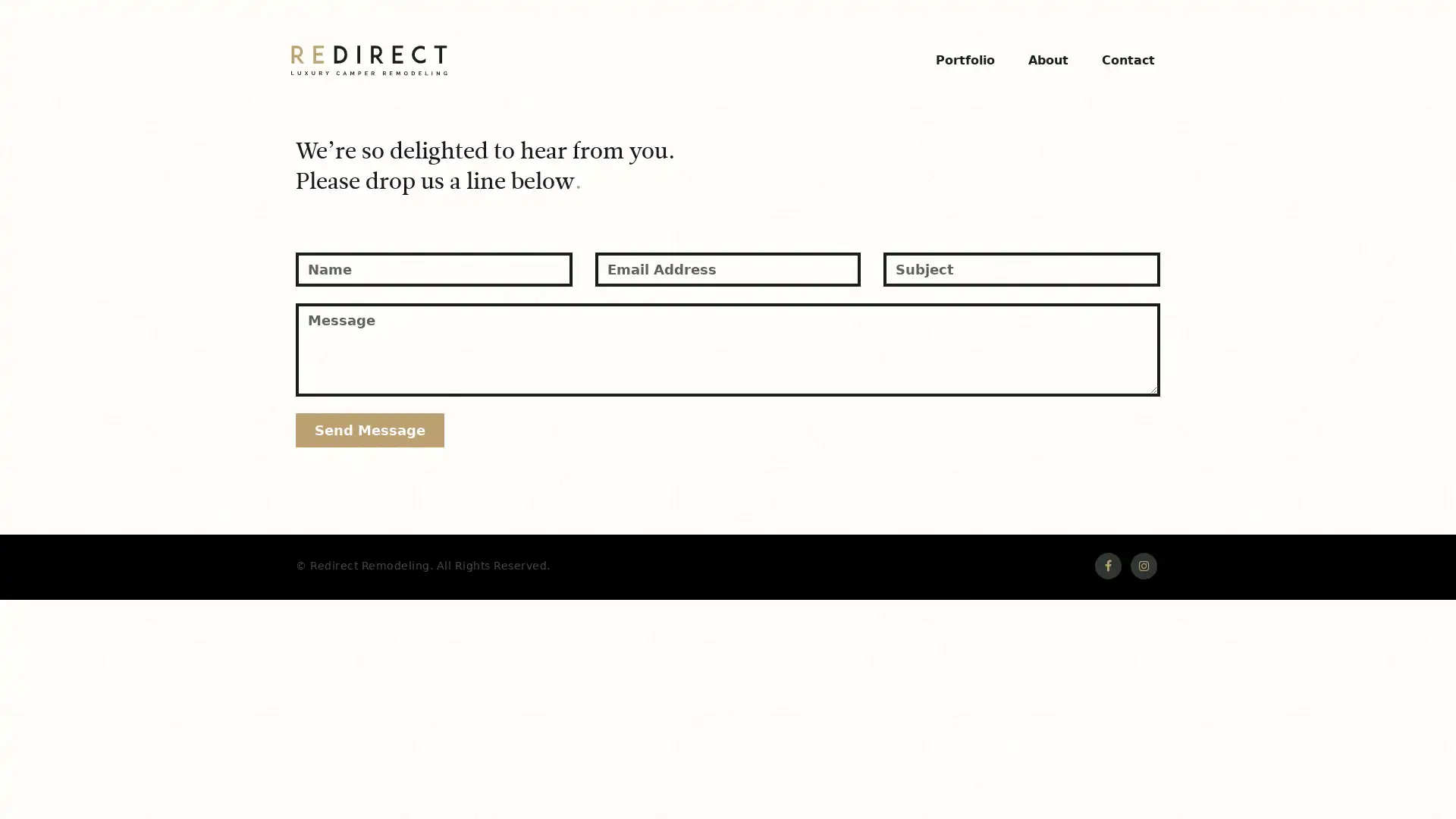 The height and width of the screenshot is (819, 1456). I want to click on Send Message Send Message, so click(370, 425).